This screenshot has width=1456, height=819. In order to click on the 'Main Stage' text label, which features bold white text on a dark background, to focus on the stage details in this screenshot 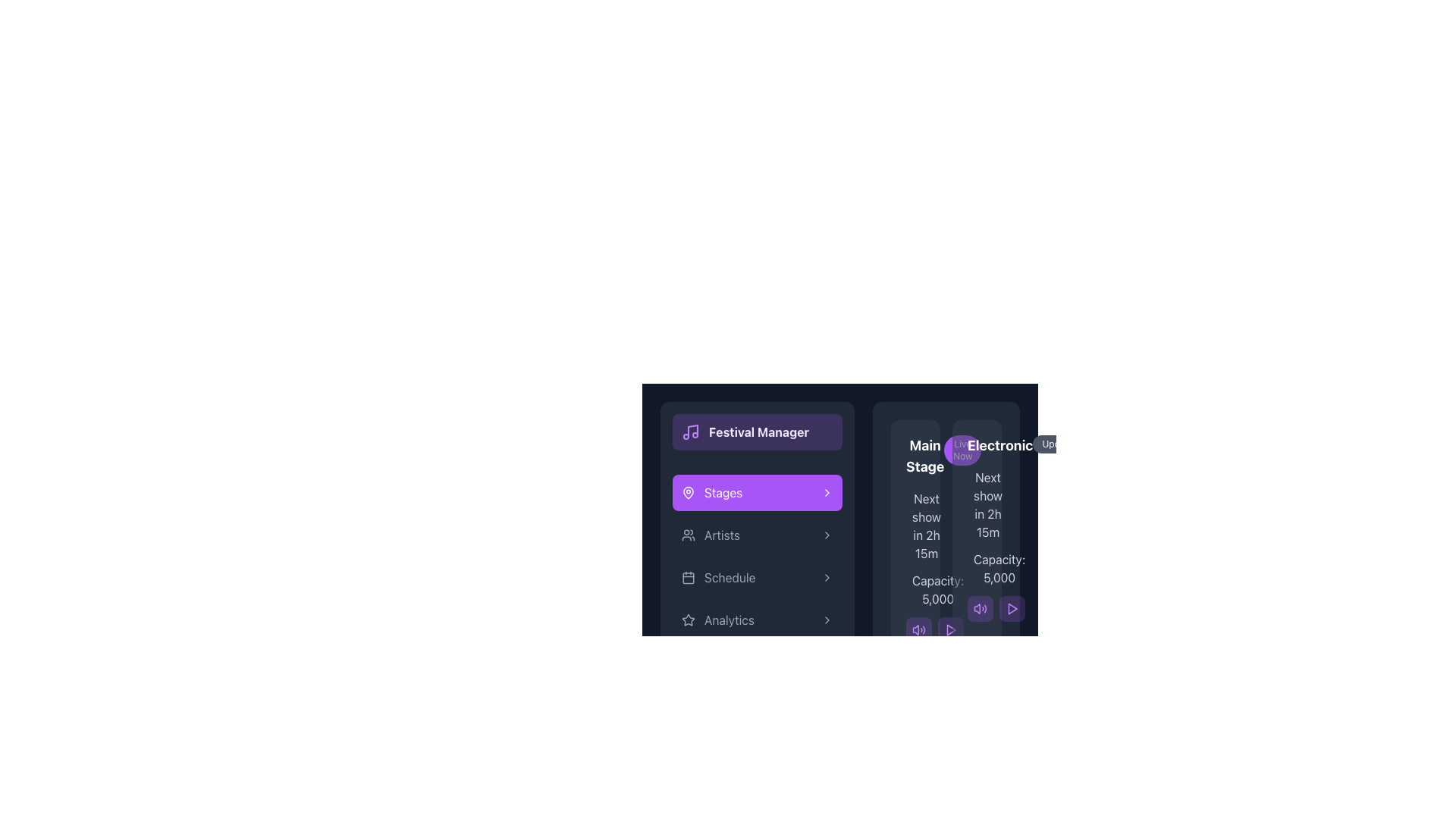, I will do `click(924, 455)`.